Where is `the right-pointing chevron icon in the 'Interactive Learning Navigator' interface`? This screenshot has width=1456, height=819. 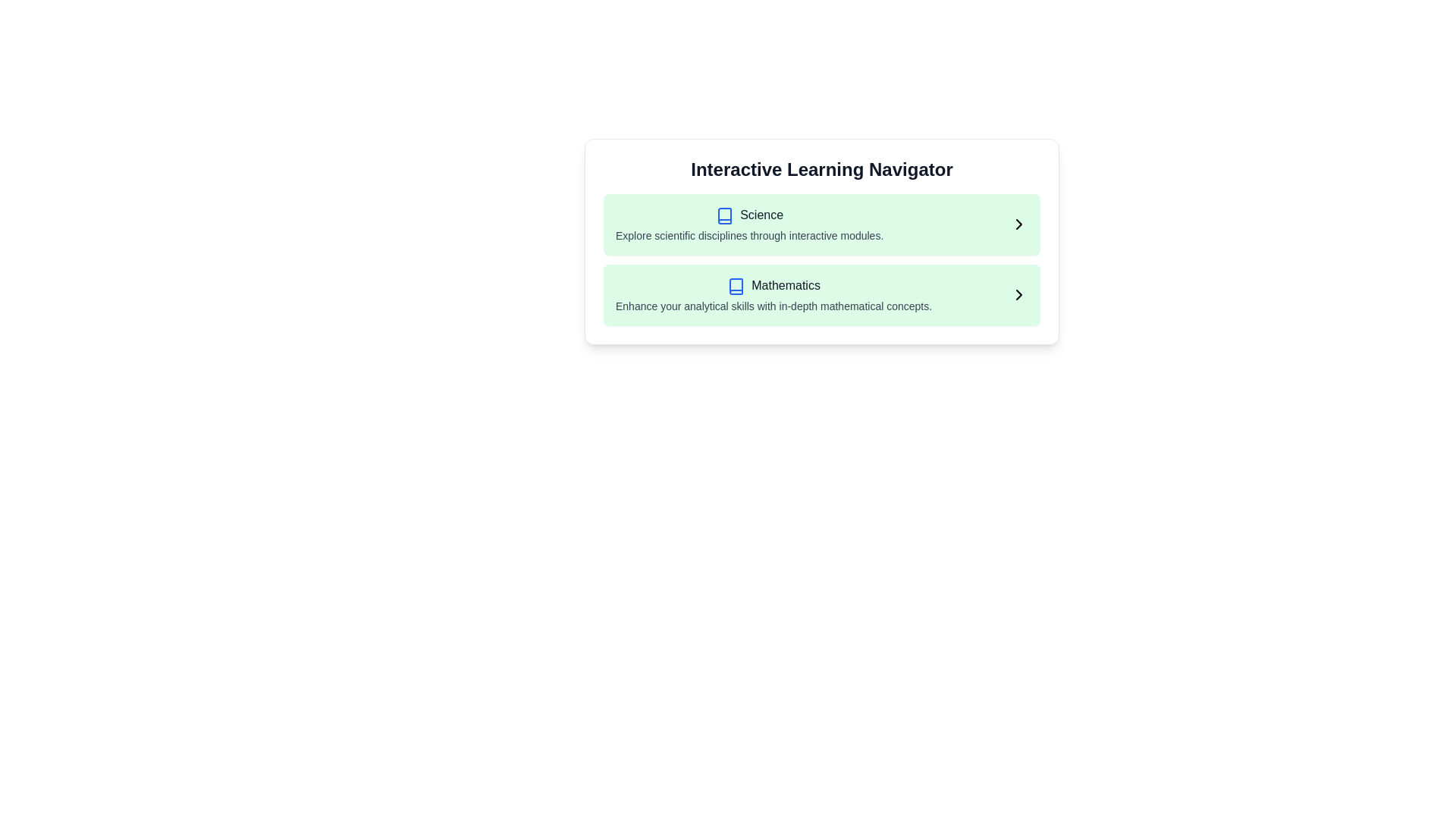
the right-pointing chevron icon in the 'Interactive Learning Navigator' interface is located at coordinates (1019, 295).